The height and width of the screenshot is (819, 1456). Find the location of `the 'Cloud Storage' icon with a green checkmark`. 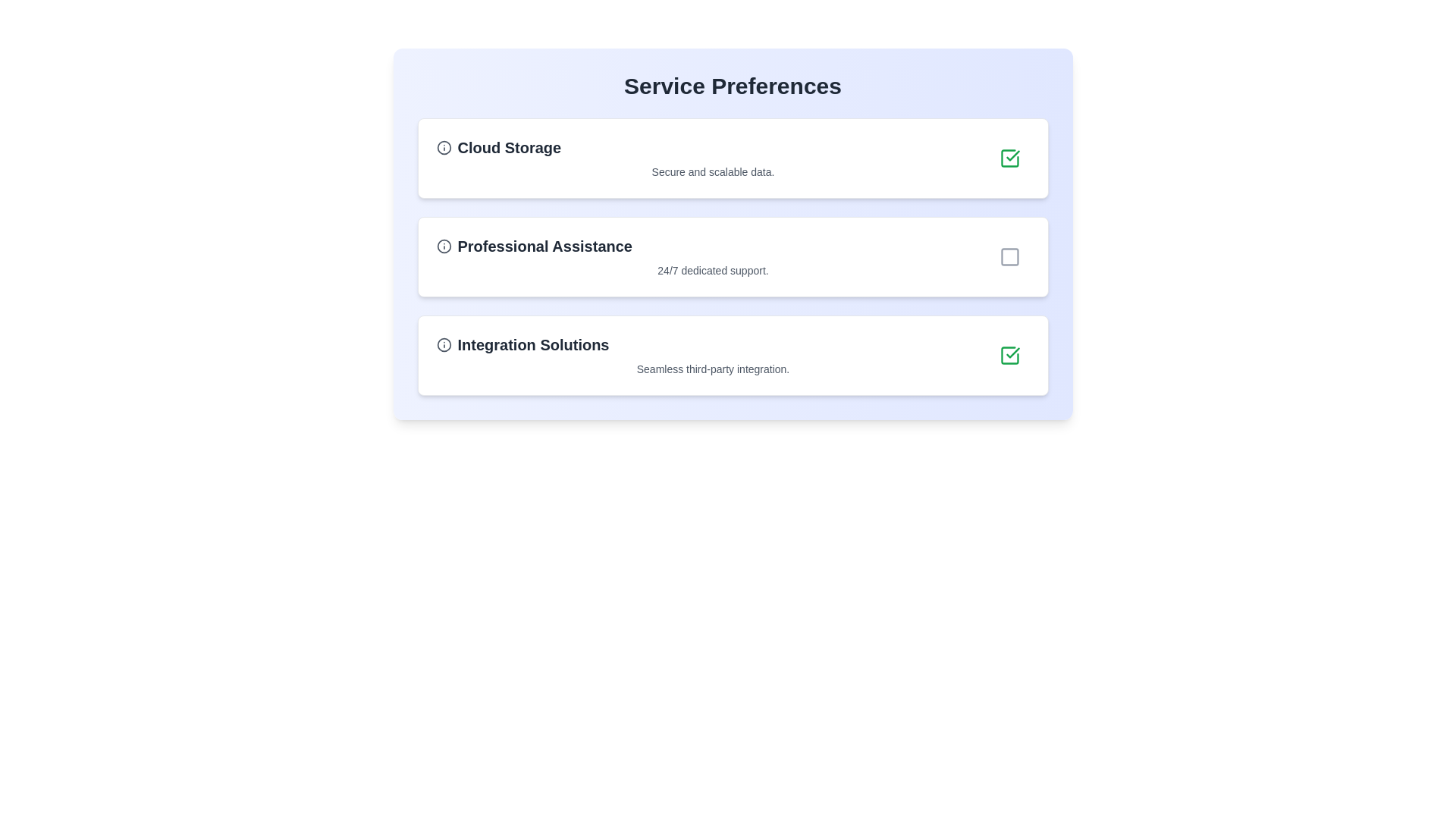

the 'Cloud Storage' icon with a green checkmark is located at coordinates (1009, 158).